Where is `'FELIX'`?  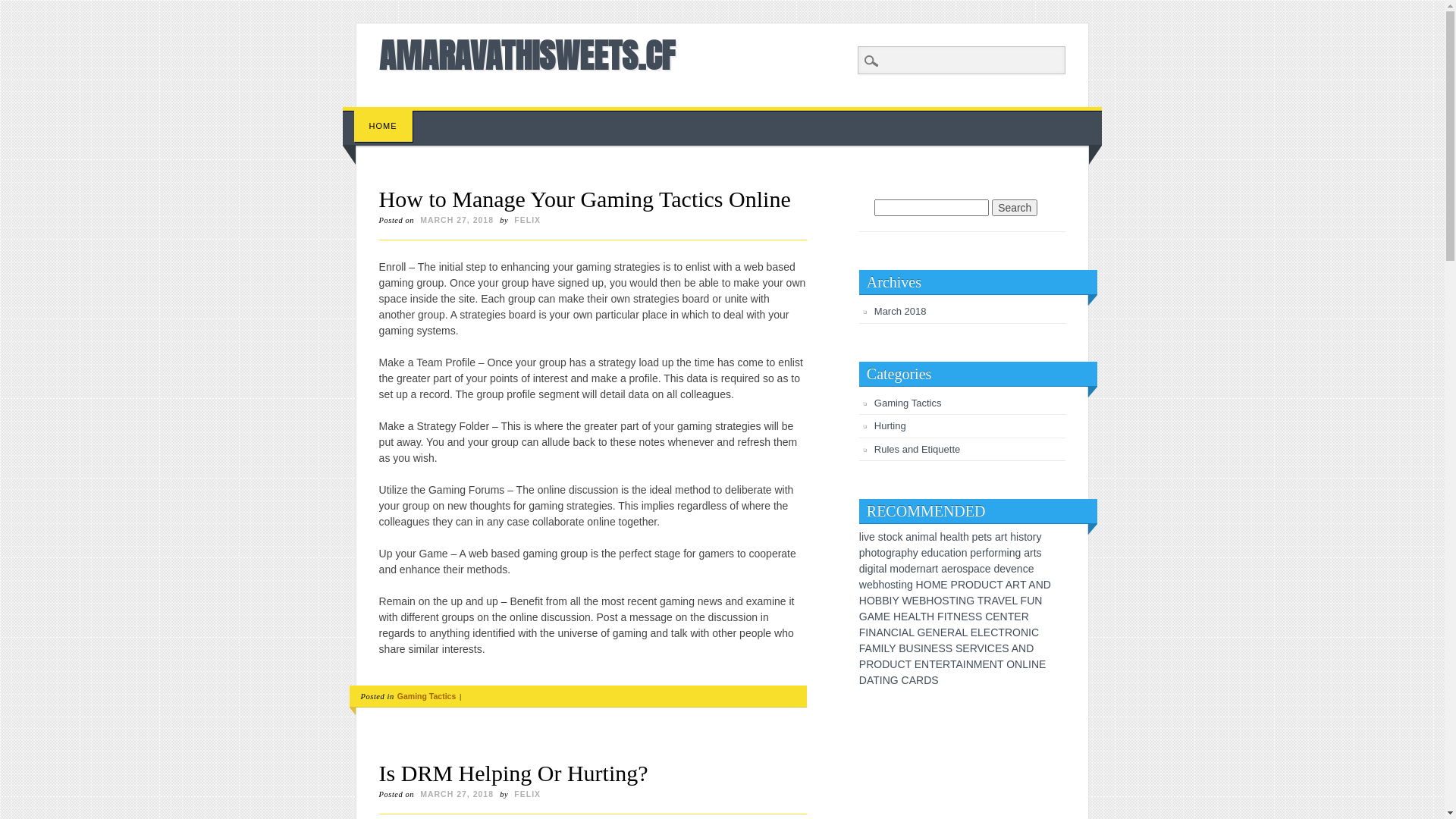 'FELIX' is located at coordinates (527, 219).